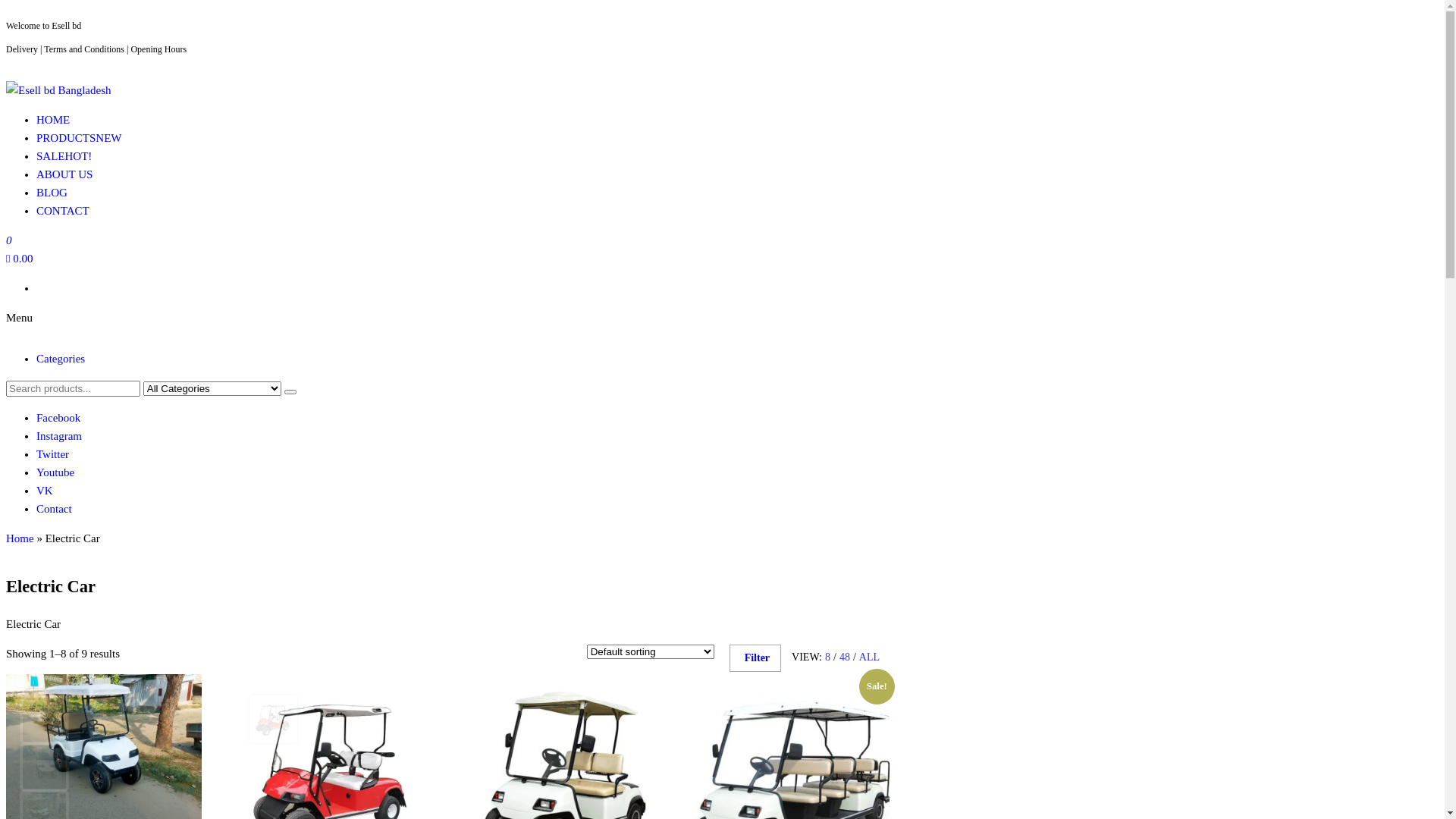  I want to click on 'Contact', so click(54, 509).